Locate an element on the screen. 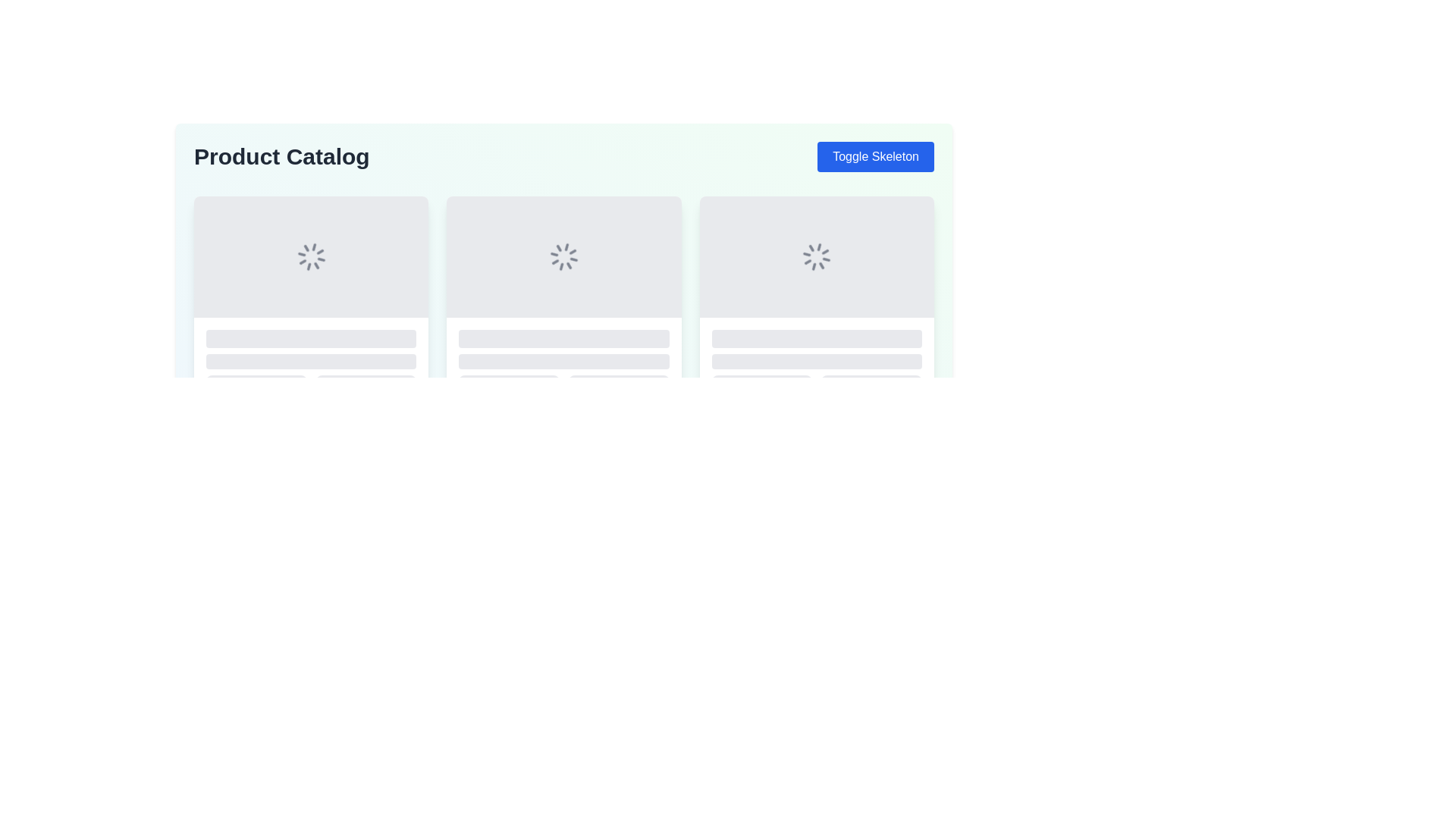 The width and height of the screenshot is (1456, 819). the loading indicator located at the bottom of the leftmost card in a horizontal list of cards, which serves as a visual placeholder indicating loading or unavailable content is located at coordinates (256, 380).